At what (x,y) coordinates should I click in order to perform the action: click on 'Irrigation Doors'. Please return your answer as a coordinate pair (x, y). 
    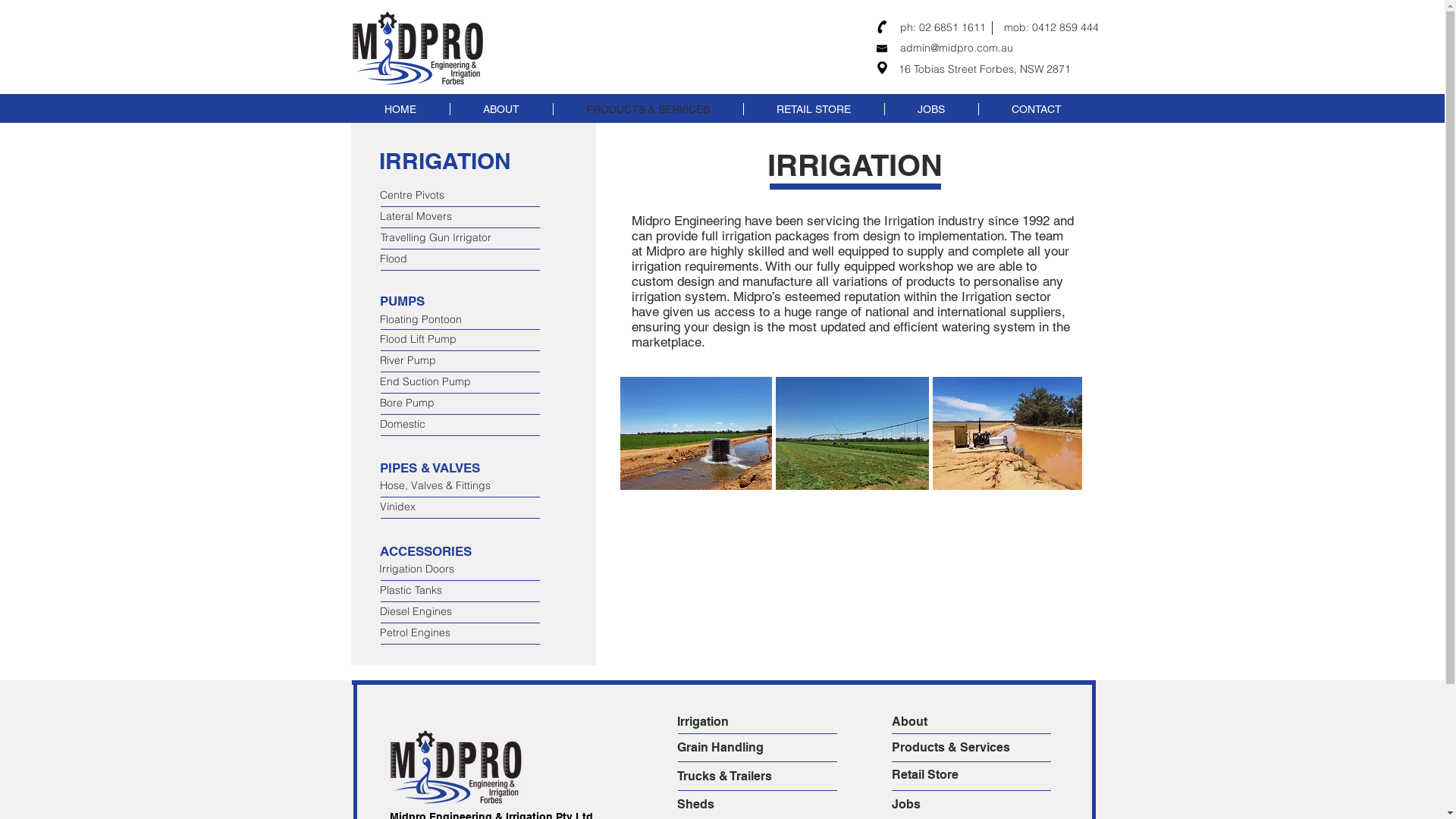
    Looking at the image, I should click on (416, 570).